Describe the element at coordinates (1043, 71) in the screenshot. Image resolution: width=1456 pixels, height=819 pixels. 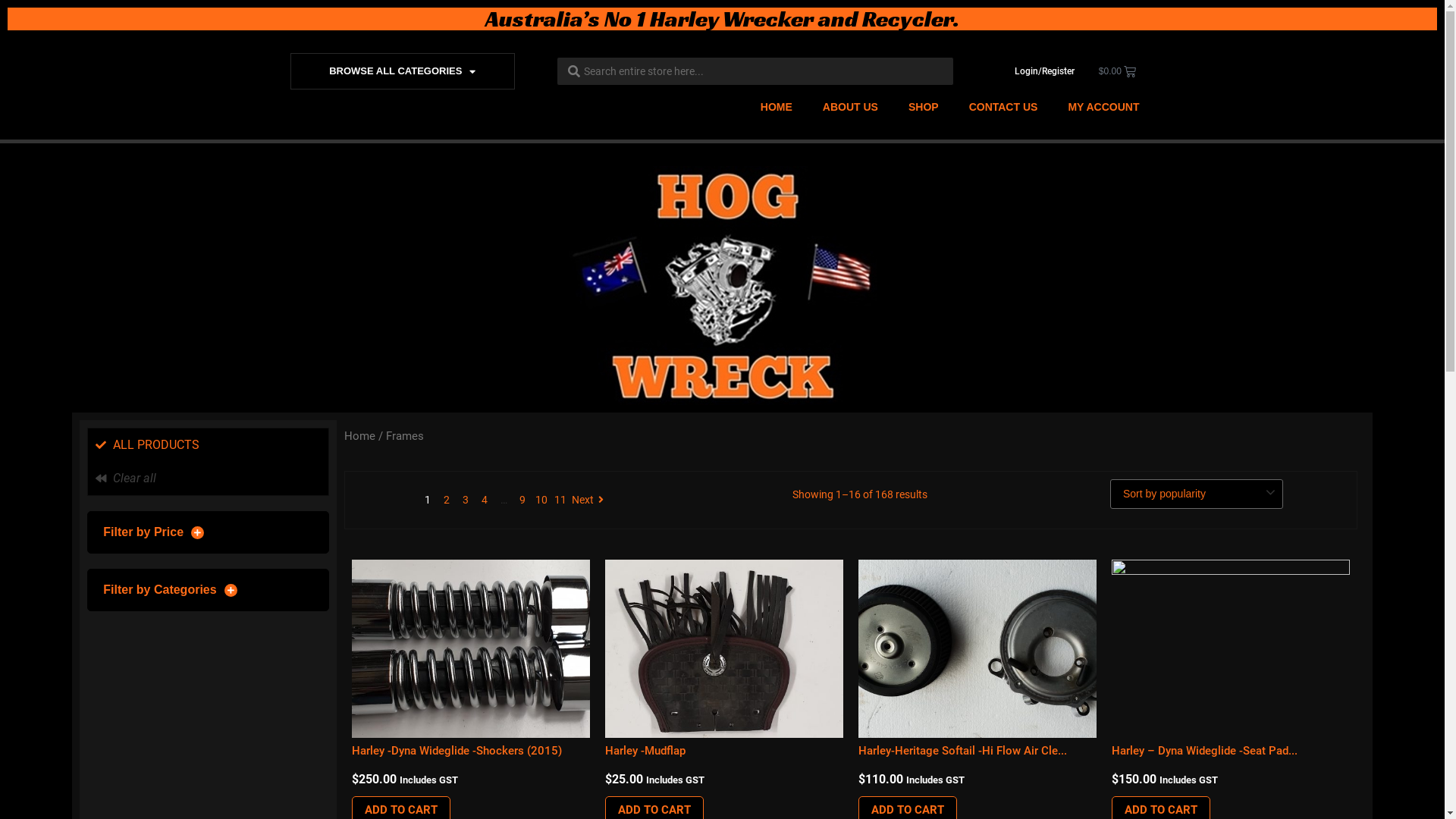
I see `'Login/Register'` at that location.